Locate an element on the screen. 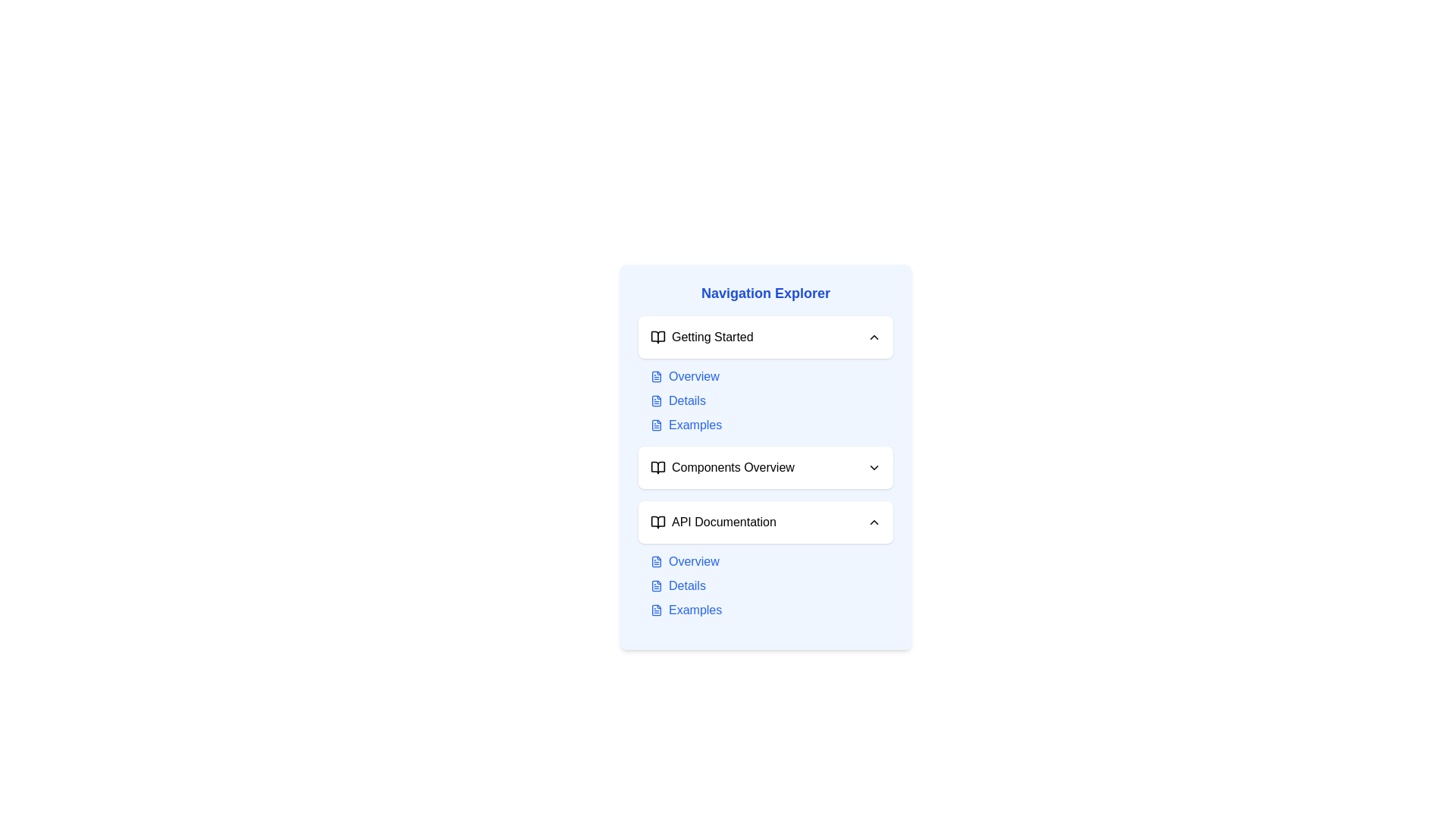  the navigational links in the first collapsible panel under 'Getting Started' is located at coordinates (765, 375).